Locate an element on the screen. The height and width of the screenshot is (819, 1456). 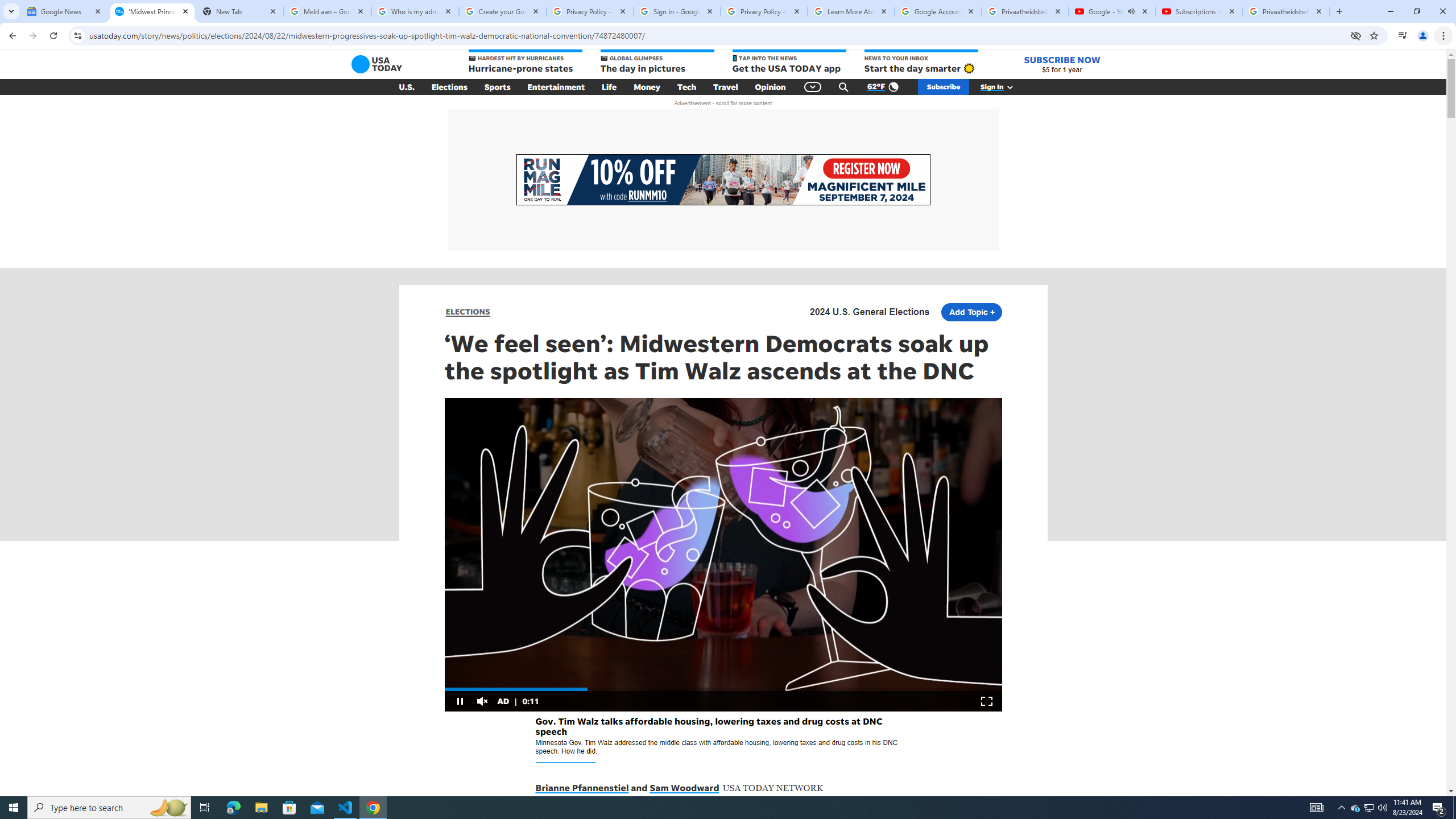
'Control your music, videos, and more' is located at coordinates (1403, 35).